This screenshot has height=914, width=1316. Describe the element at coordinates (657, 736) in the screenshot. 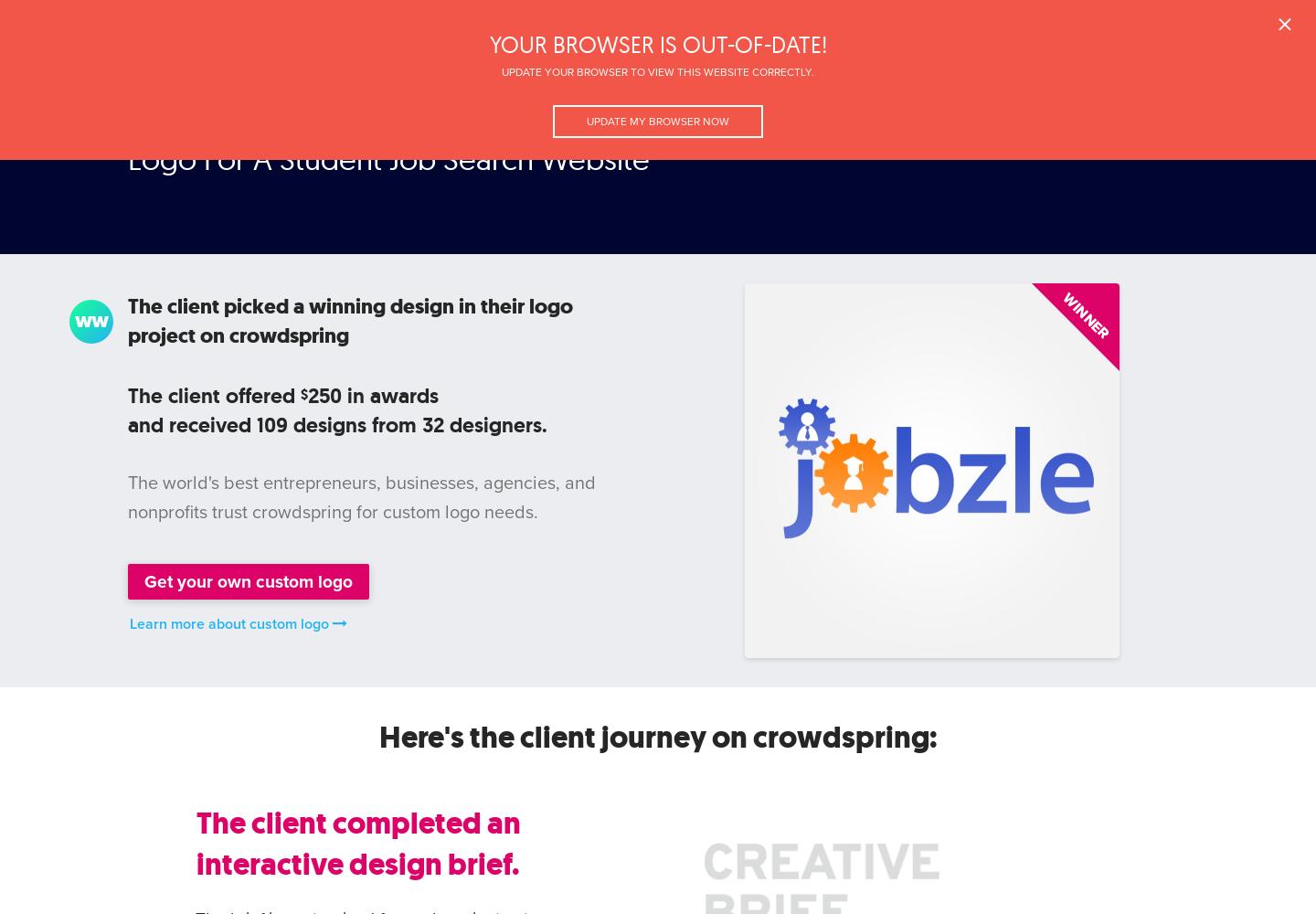

I see `'Here's the client journey on crowdspring:'` at that location.